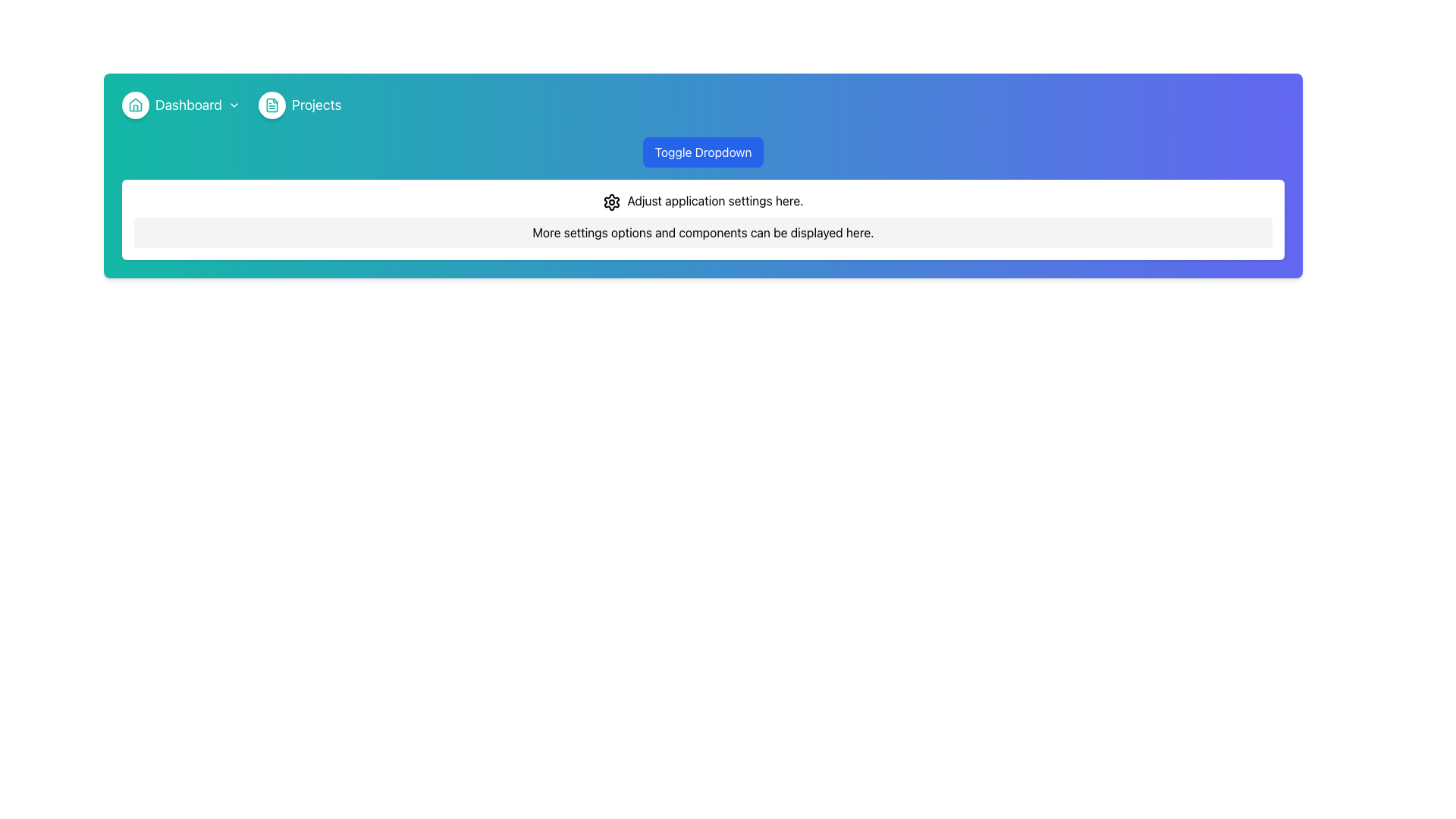 This screenshot has height=819, width=1456. What do you see at coordinates (702, 232) in the screenshot?
I see `the static text block providing instructions related to the settings options, located directly below 'Adjust application settings here.'` at bounding box center [702, 232].